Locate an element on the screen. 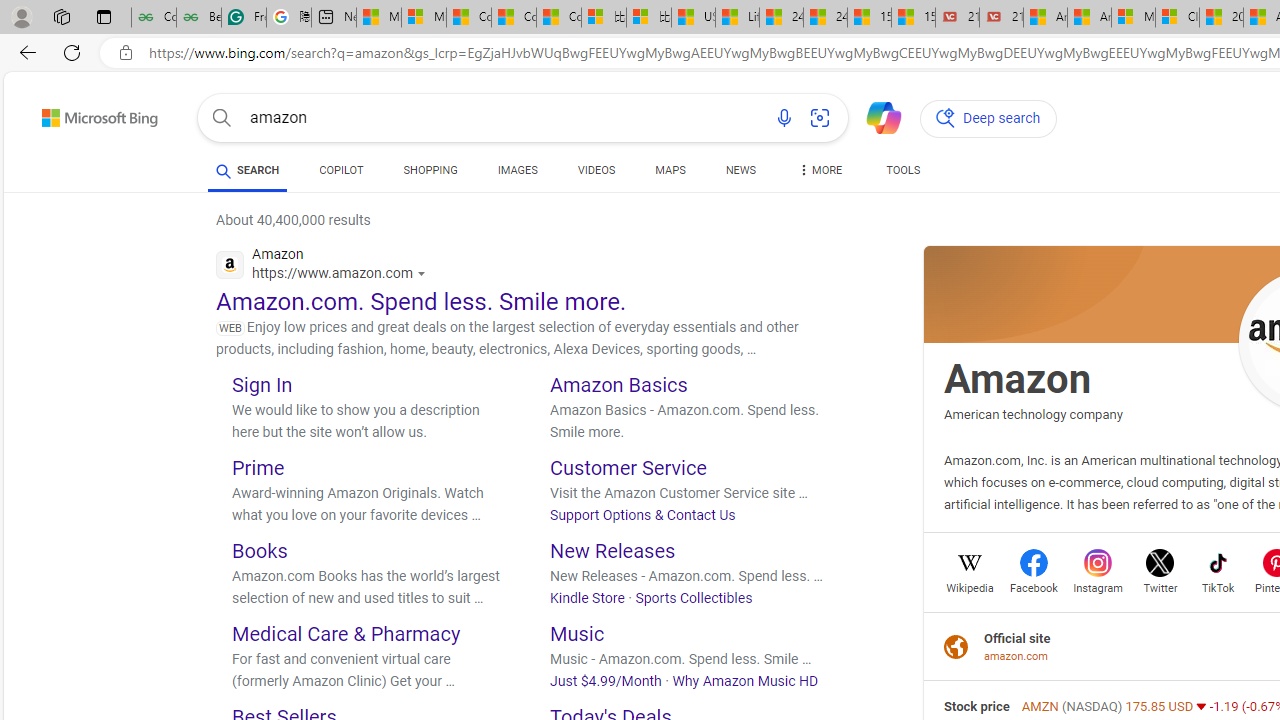 The width and height of the screenshot is (1280, 720). 'Instagram' is located at coordinates (1097, 585).